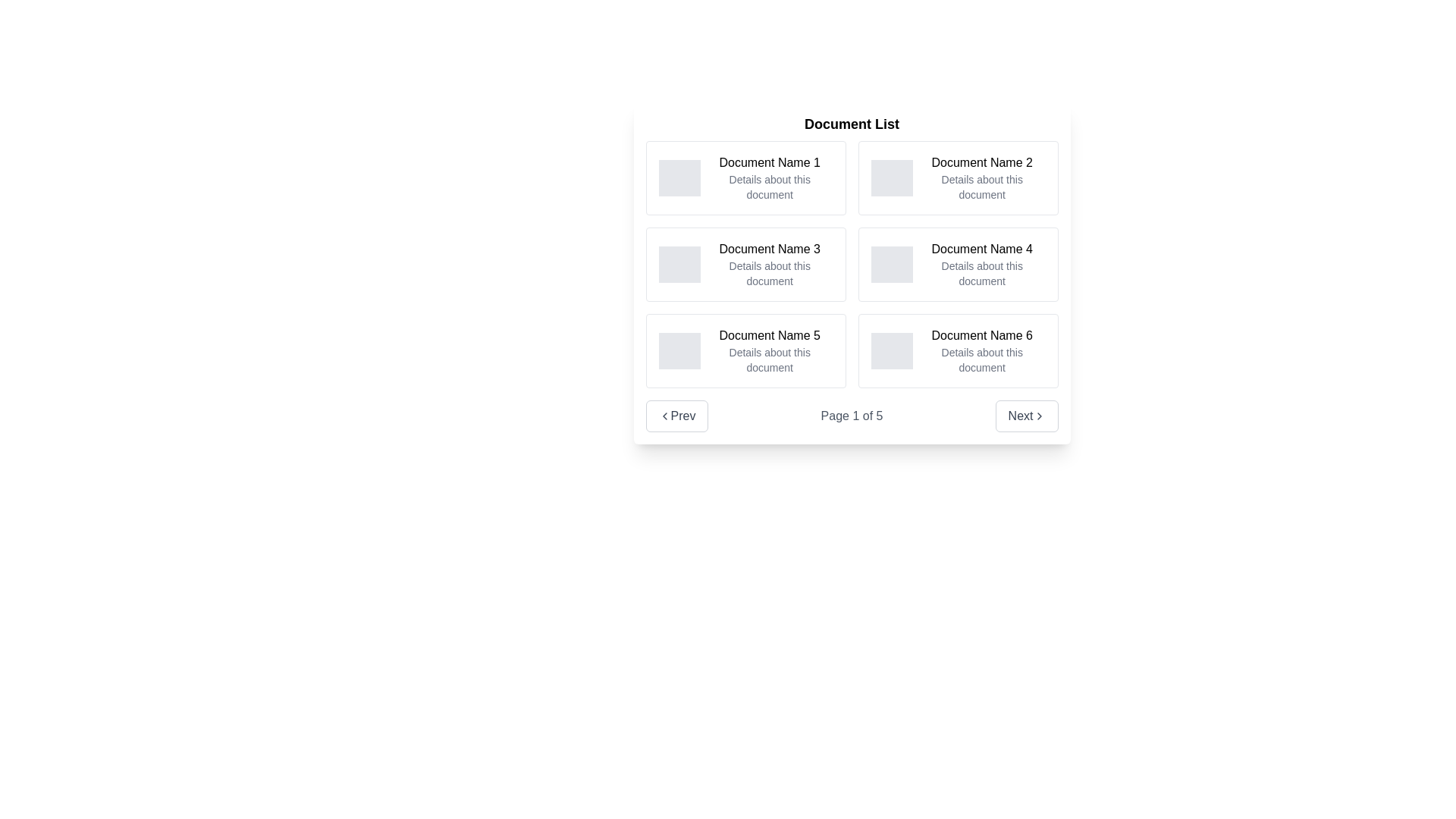 This screenshot has height=819, width=1456. Describe the element at coordinates (982, 186) in the screenshot. I see `the text label that contains the small-sized light gray text 'Details about this document' located under the title 'Document Name 2' within the second card of the grid layout` at that location.